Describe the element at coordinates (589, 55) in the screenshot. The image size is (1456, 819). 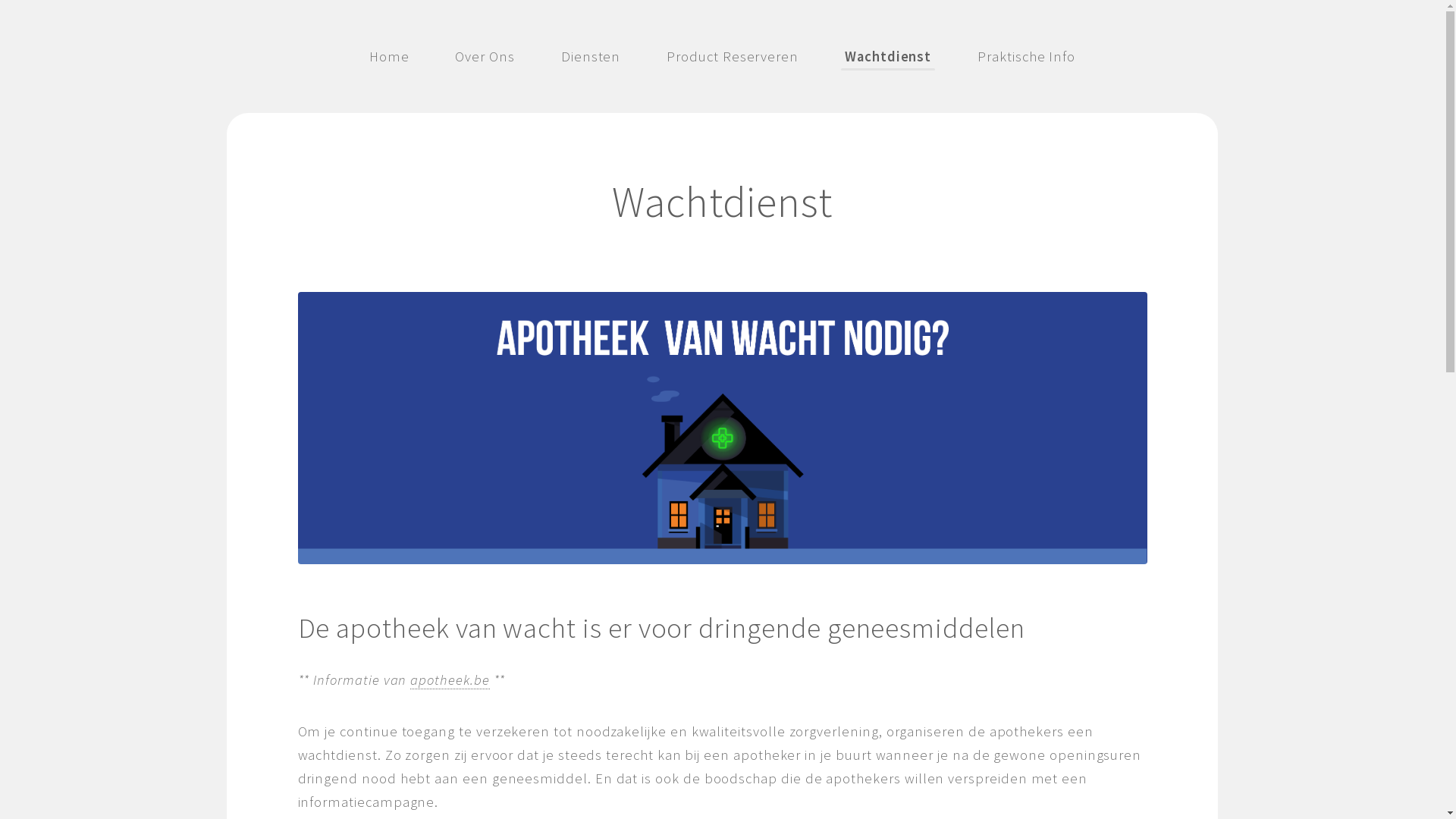
I see `'Diensten'` at that location.